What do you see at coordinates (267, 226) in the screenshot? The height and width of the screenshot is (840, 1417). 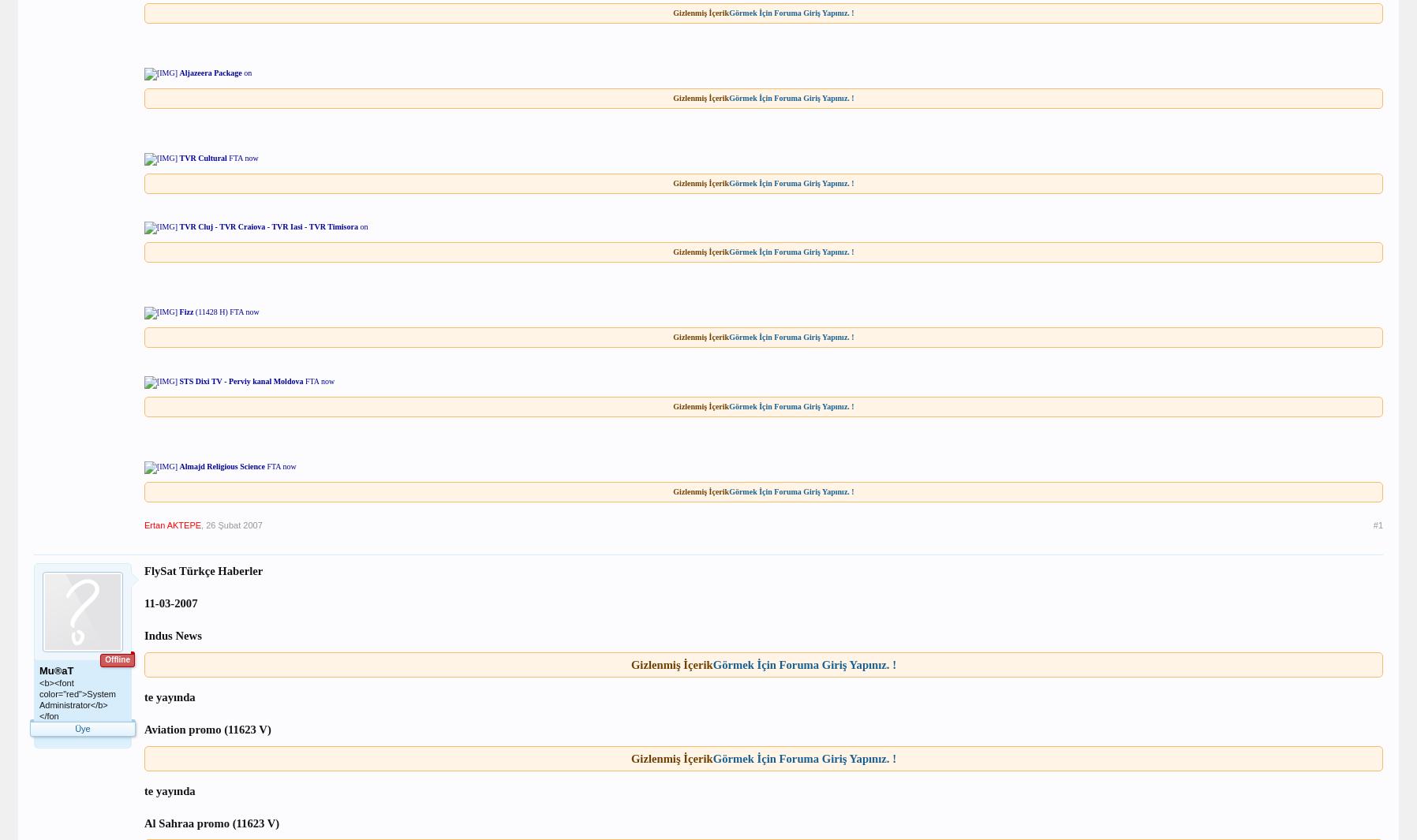 I see `'TVR Cluj - TVR Craiova - TVR Iasi - TVR Timisora'` at bounding box center [267, 226].